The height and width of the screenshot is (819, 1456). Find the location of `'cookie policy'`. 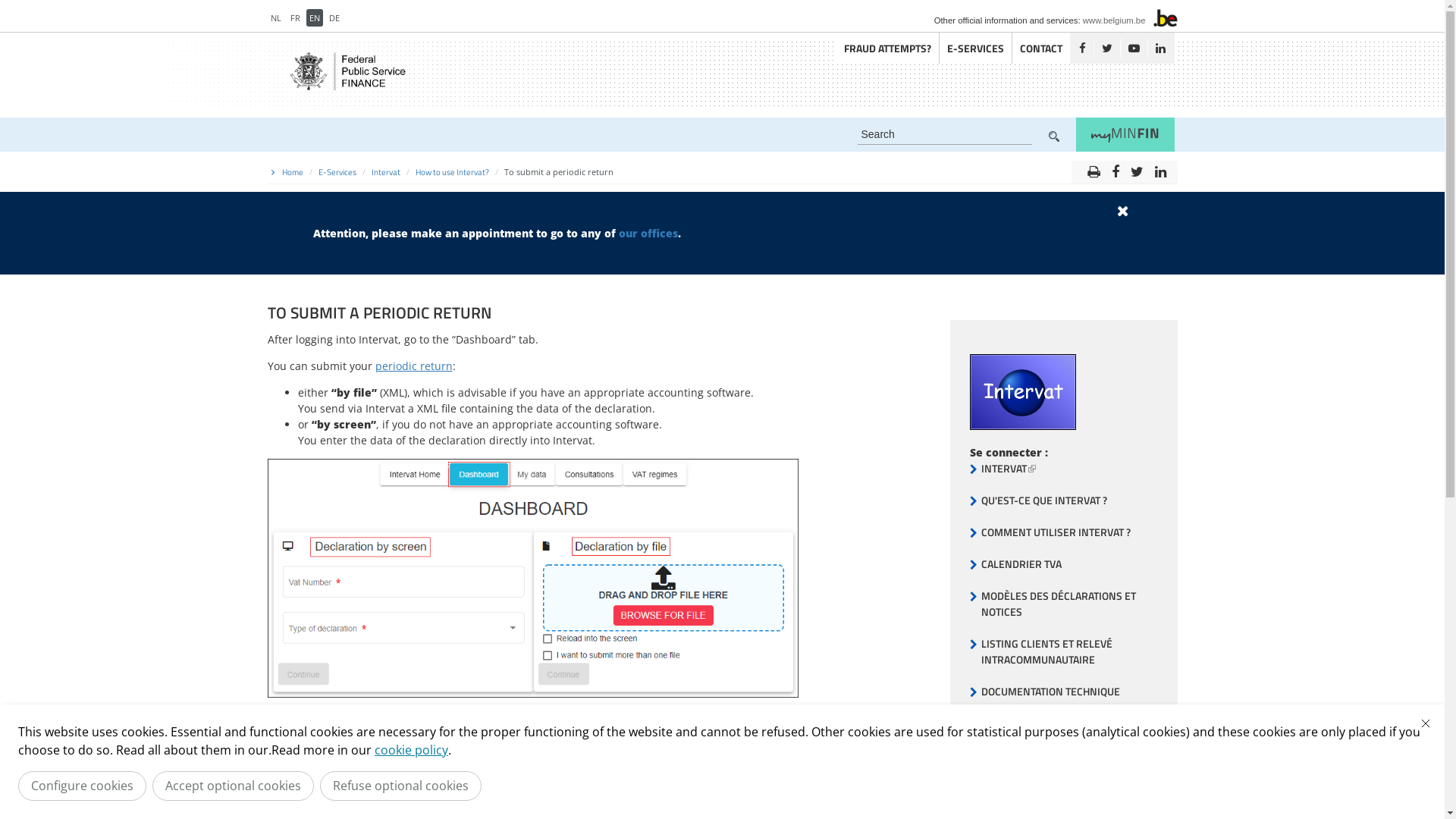

'cookie policy' is located at coordinates (411, 748).